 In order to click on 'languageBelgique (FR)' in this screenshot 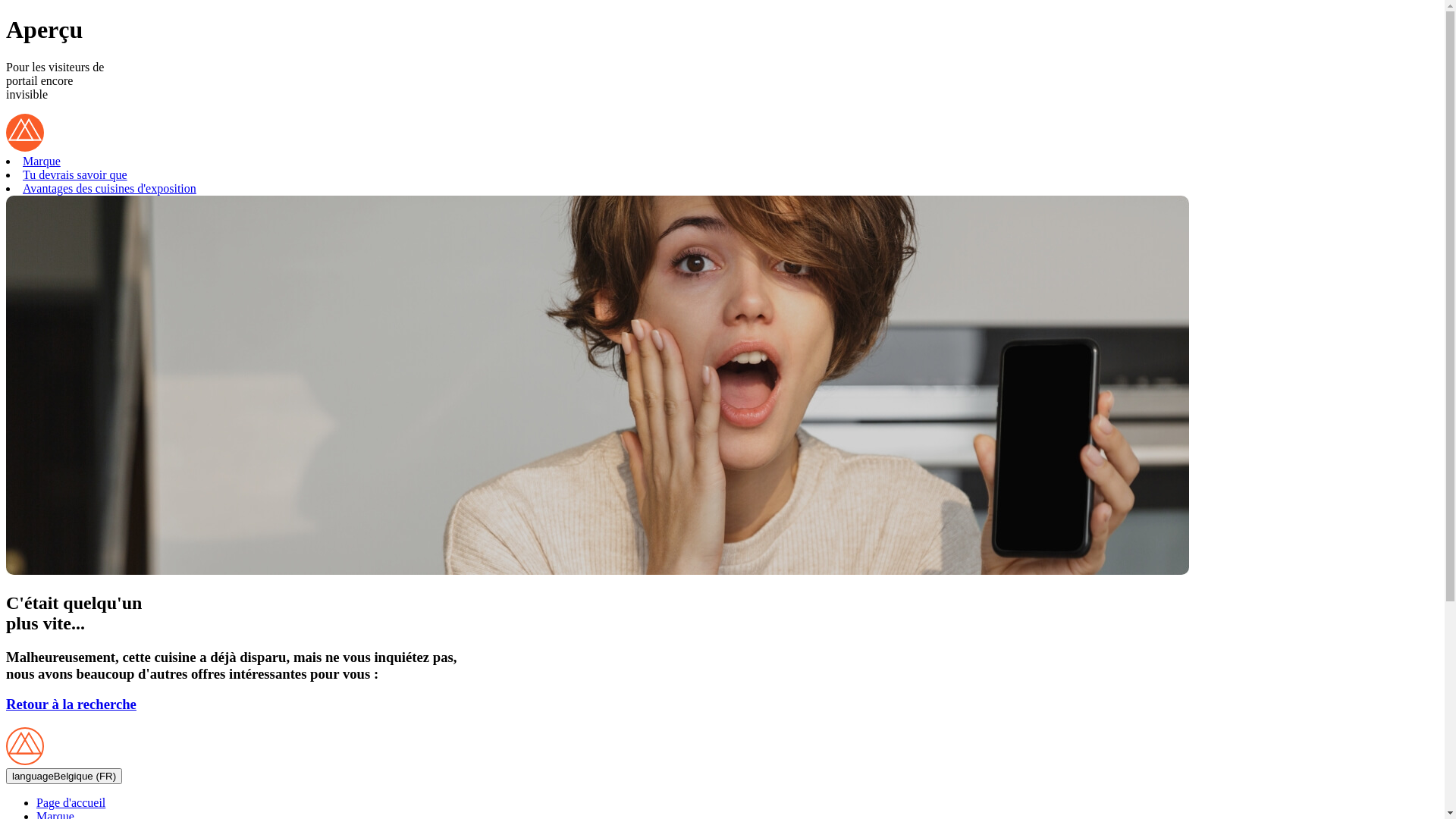, I will do `click(63, 776)`.